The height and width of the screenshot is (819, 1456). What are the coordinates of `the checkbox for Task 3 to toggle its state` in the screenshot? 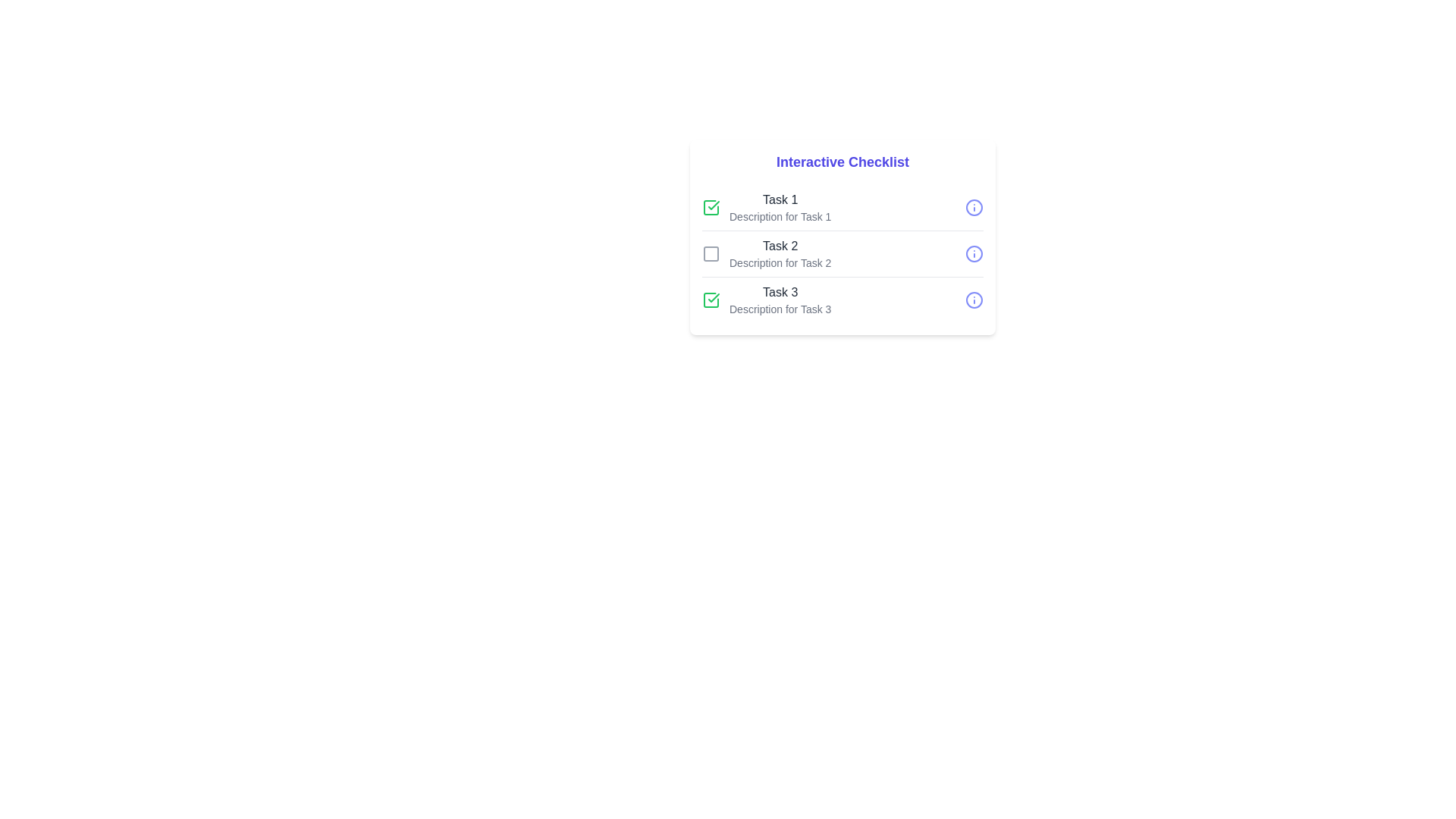 It's located at (710, 300).